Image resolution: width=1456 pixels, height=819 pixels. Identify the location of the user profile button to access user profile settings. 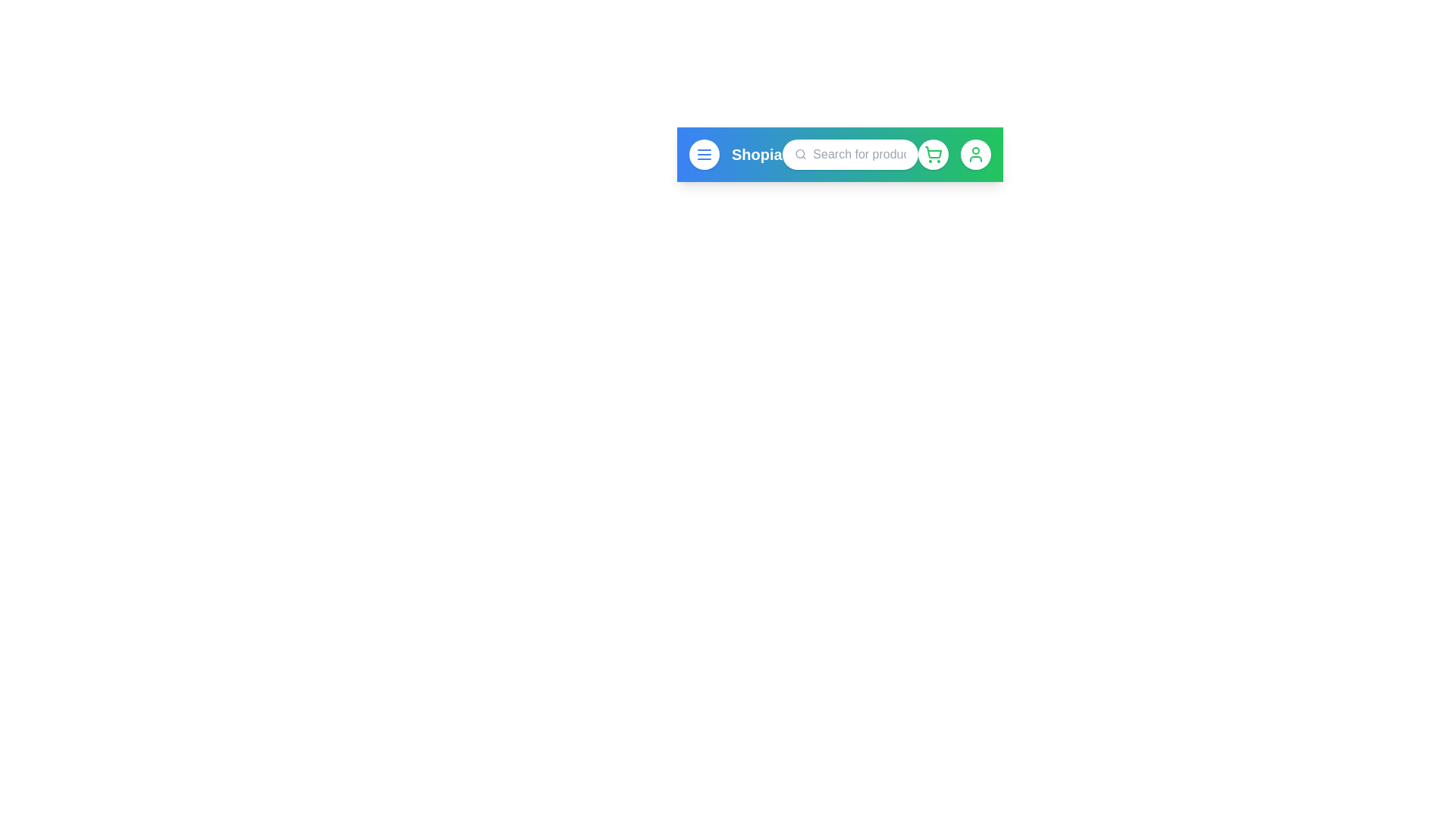
(975, 155).